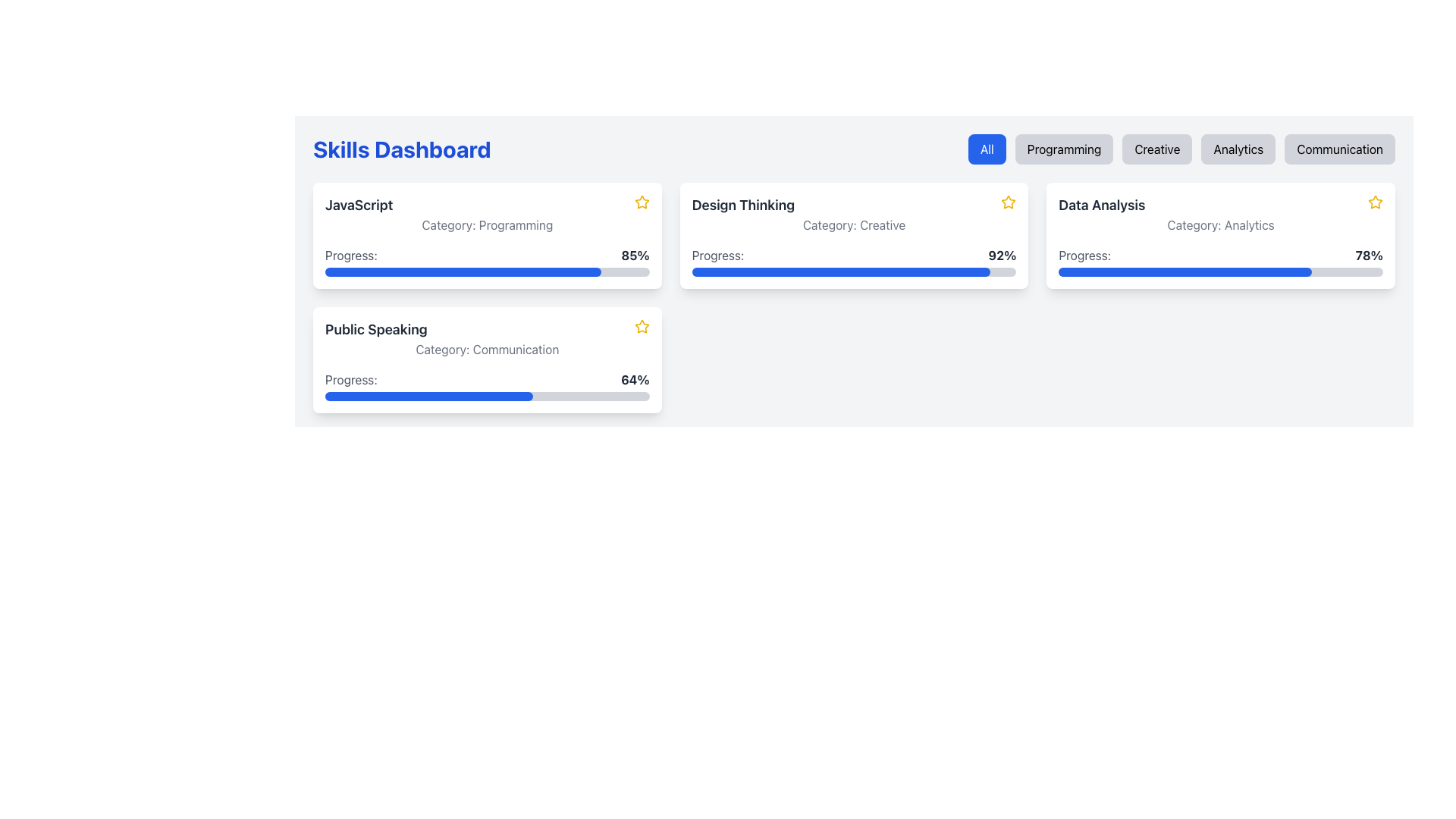 Image resolution: width=1456 pixels, height=819 pixels. I want to click on the 'Progress:' text label located in the top-right card of the skills dashboard interface, above the progress bar and to the left of the percentage value '92%, so click(717, 254).